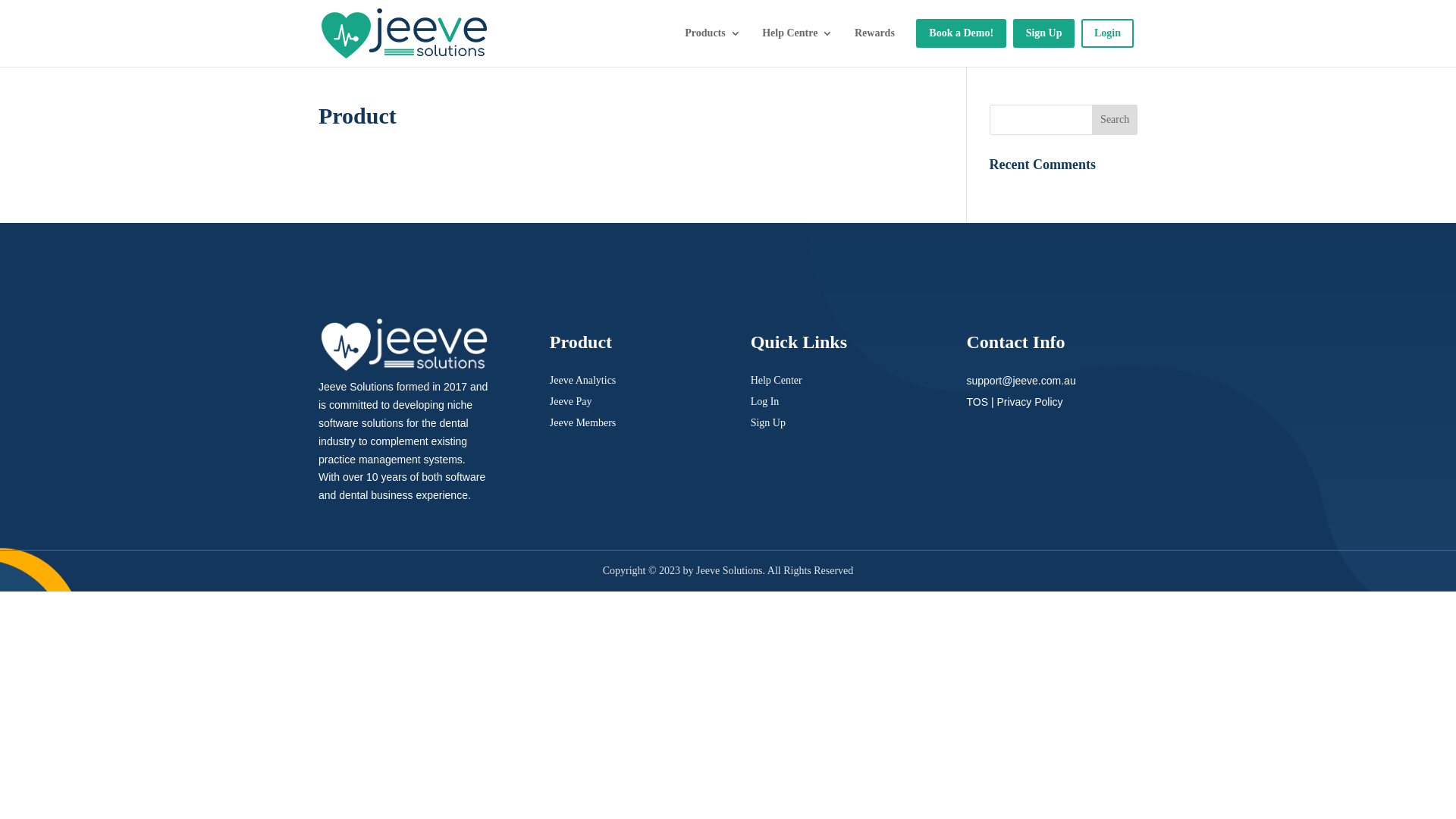 The width and height of the screenshot is (1456, 819). What do you see at coordinates (1114, 119) in the screenshot?
I see `'Search'` at bounding box center [1114, 119].